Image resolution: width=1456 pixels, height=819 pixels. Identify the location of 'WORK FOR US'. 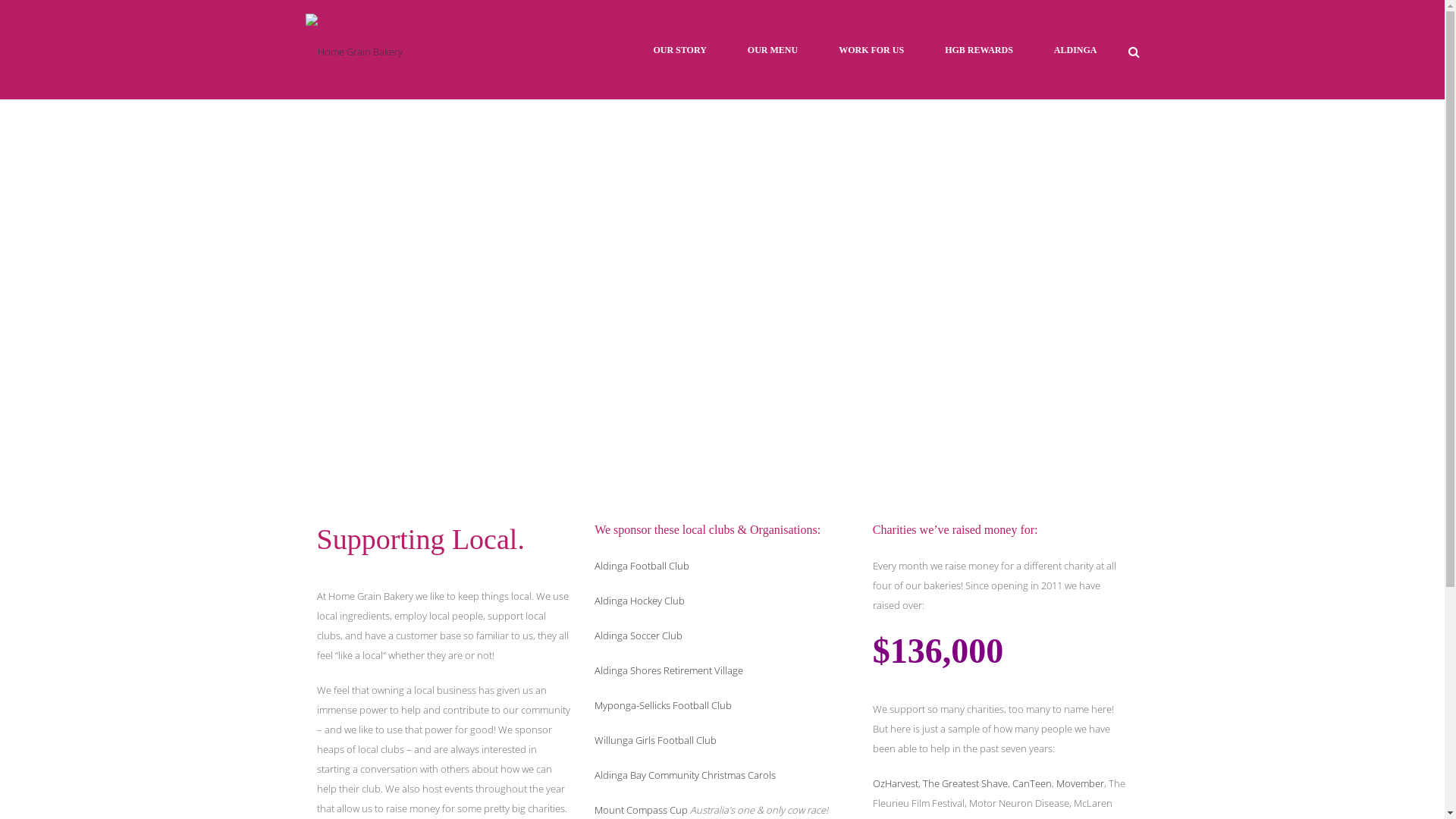
(871, 49).